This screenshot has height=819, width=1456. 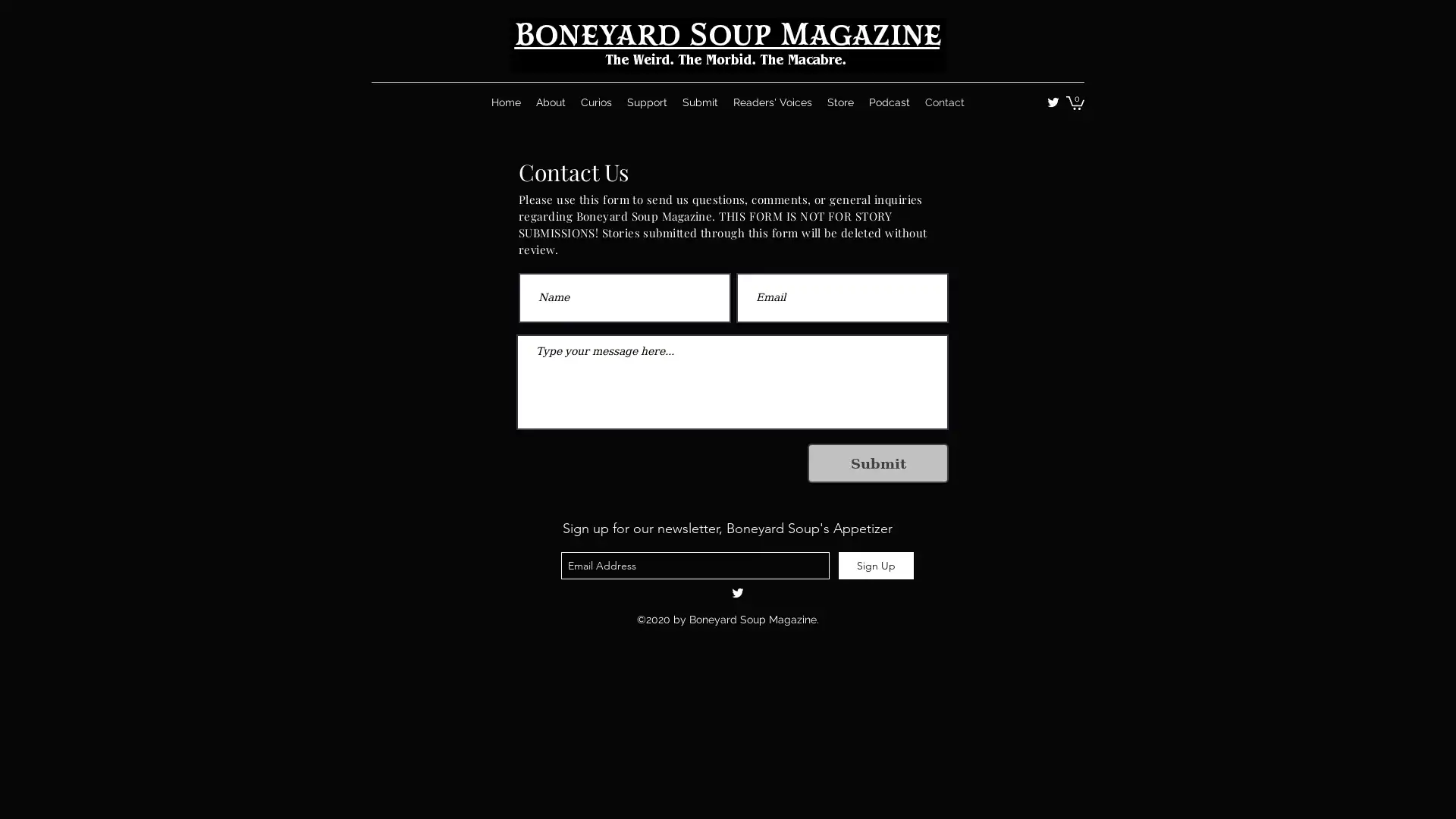 I want to click on Sign Up, so click(x=876, y=565).